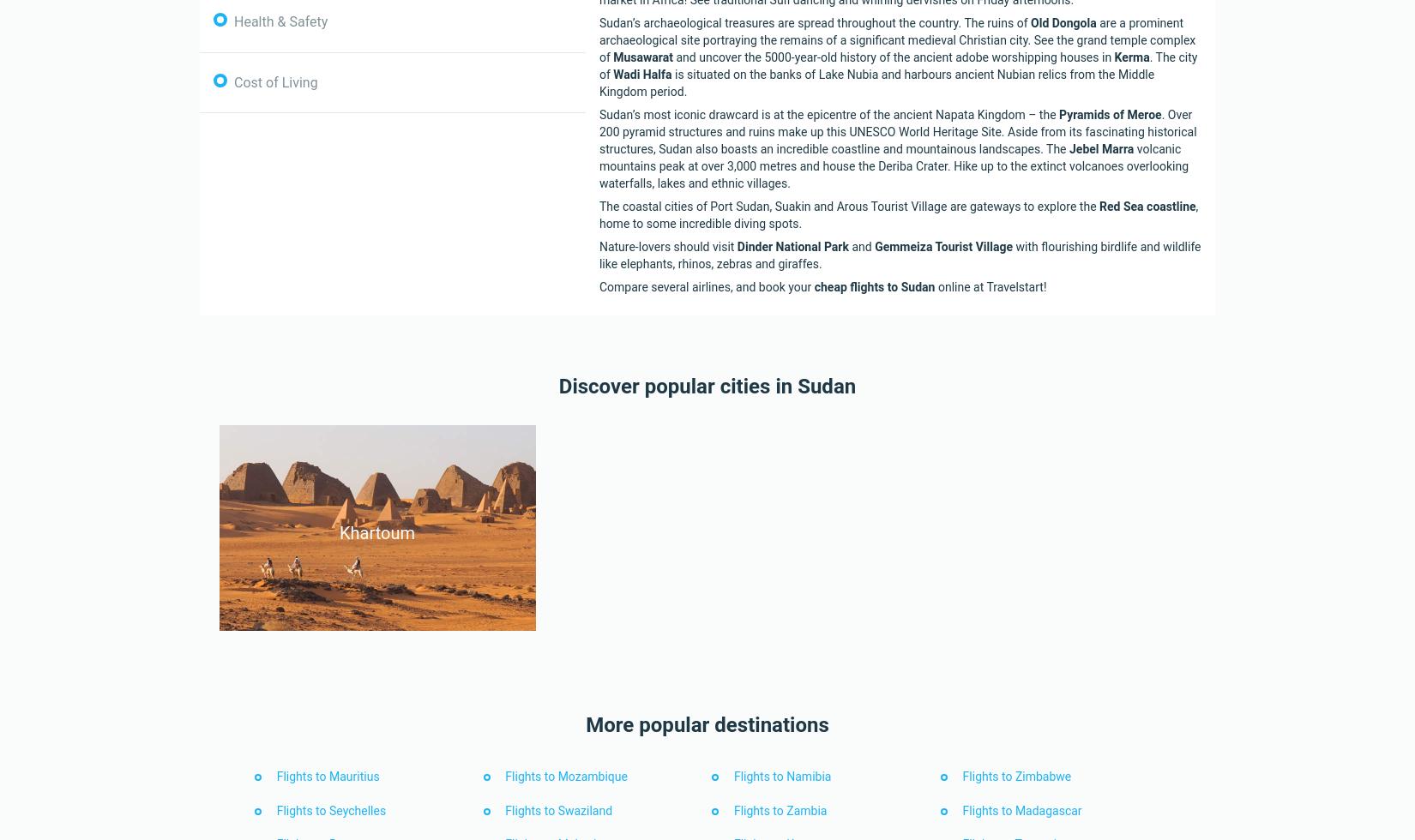  What do you see at coordinates (990, 285) in the screenshot?
I see `'online at Travelstart!'` at bounding box center [990, 285].